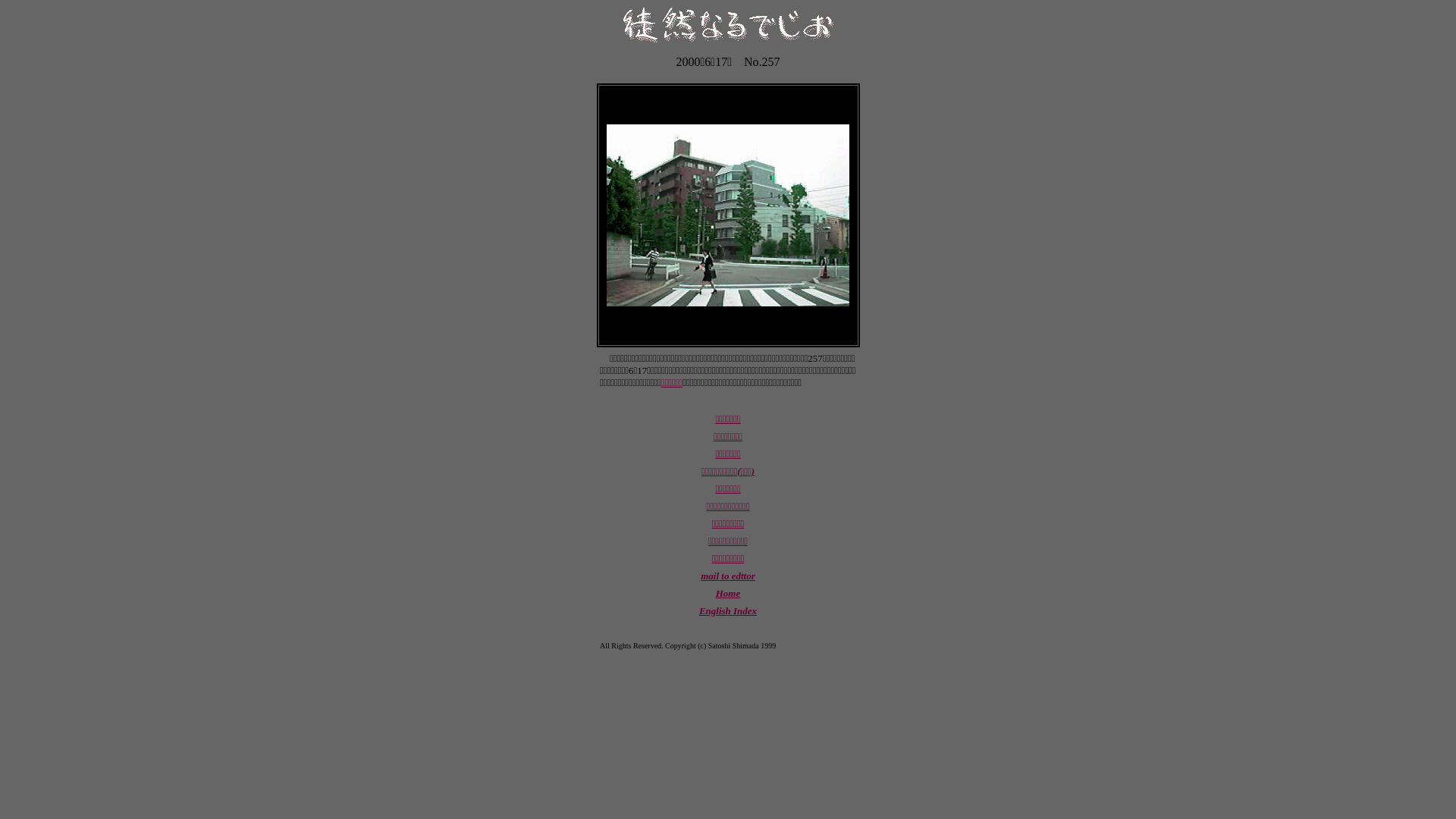 The image size is (1456, 819). Describe the element at coordinates (728, 592) in the screenshot. I see `'Home'` at that location.